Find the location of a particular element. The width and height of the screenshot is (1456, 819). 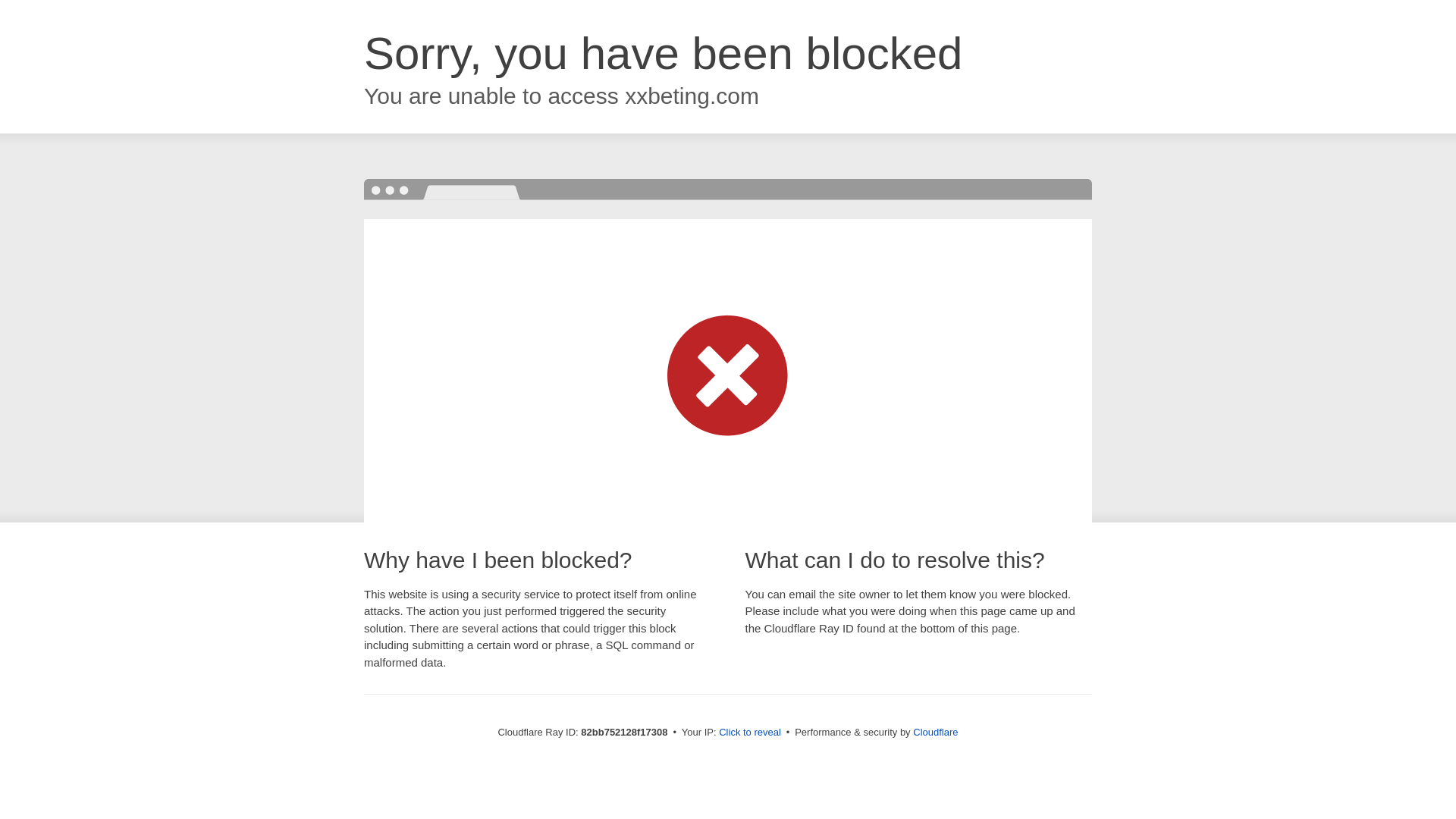

'Click to reveal' is located at coordinates (749, 731).